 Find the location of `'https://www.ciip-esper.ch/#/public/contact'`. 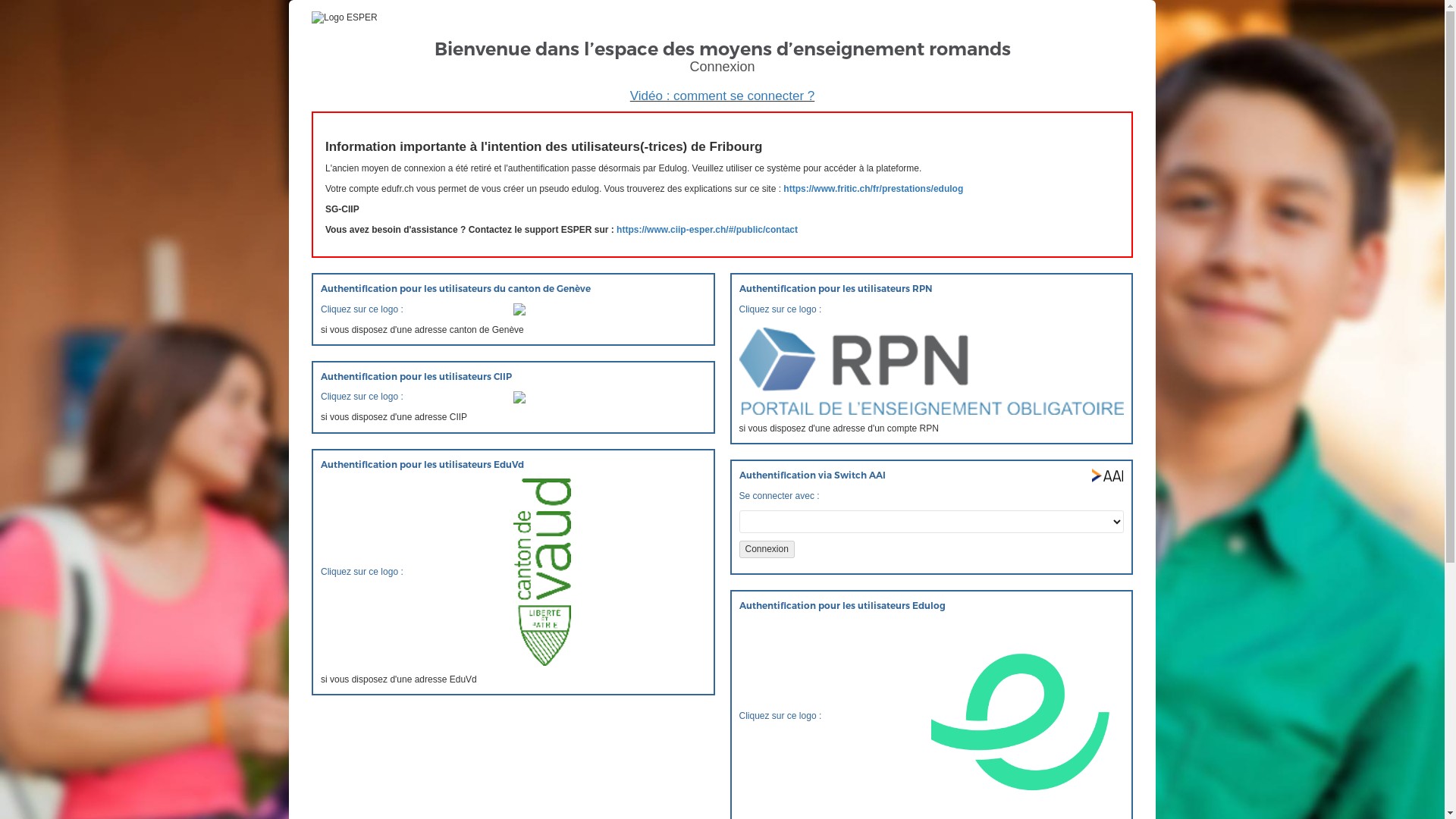

'https://www.ciip-esper.ch/#/public/contact' is located at coordinates (706, 230).